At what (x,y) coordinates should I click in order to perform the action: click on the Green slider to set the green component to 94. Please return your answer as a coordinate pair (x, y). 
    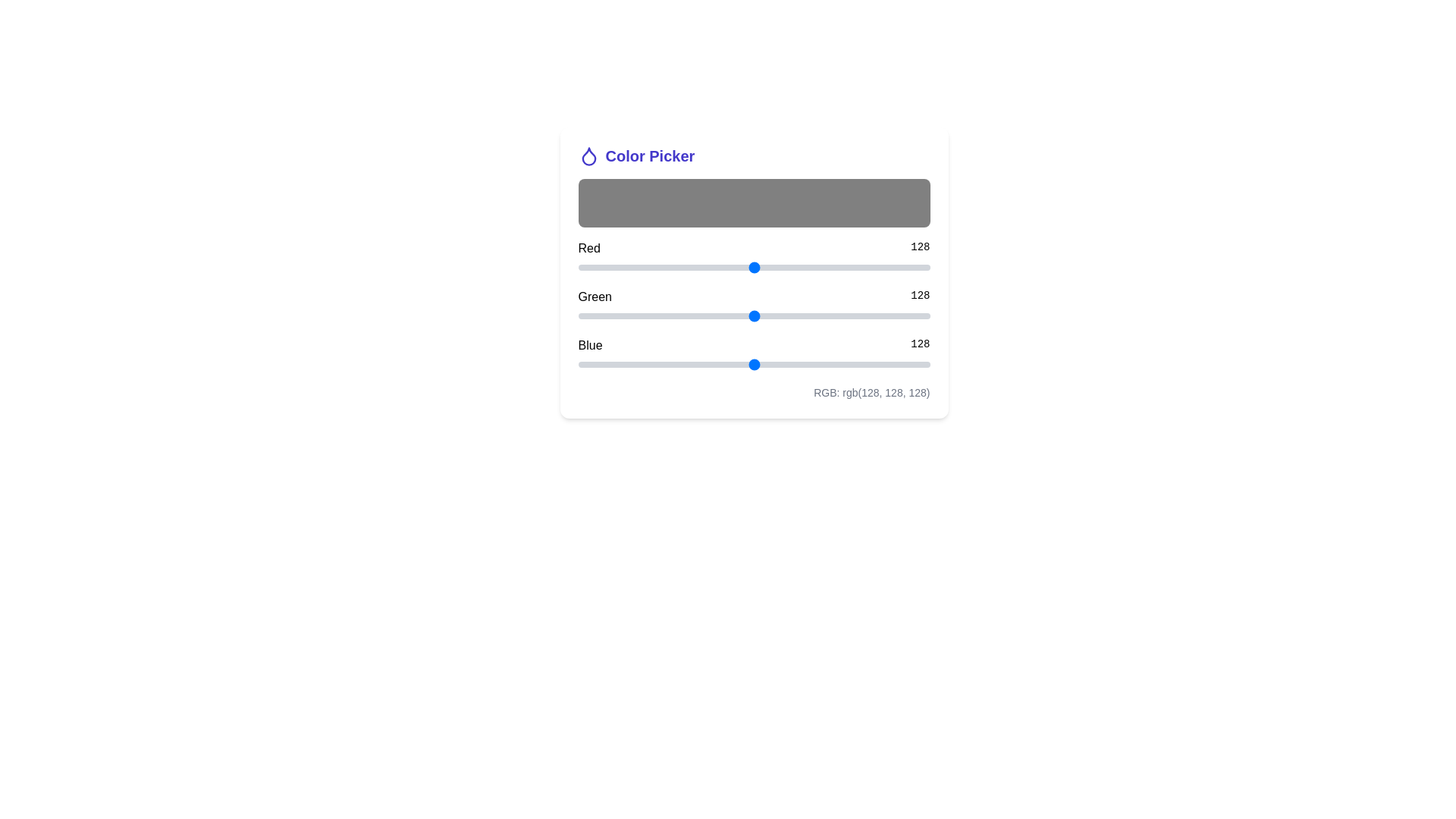
    Looking at the image, I should click on (707, 315).